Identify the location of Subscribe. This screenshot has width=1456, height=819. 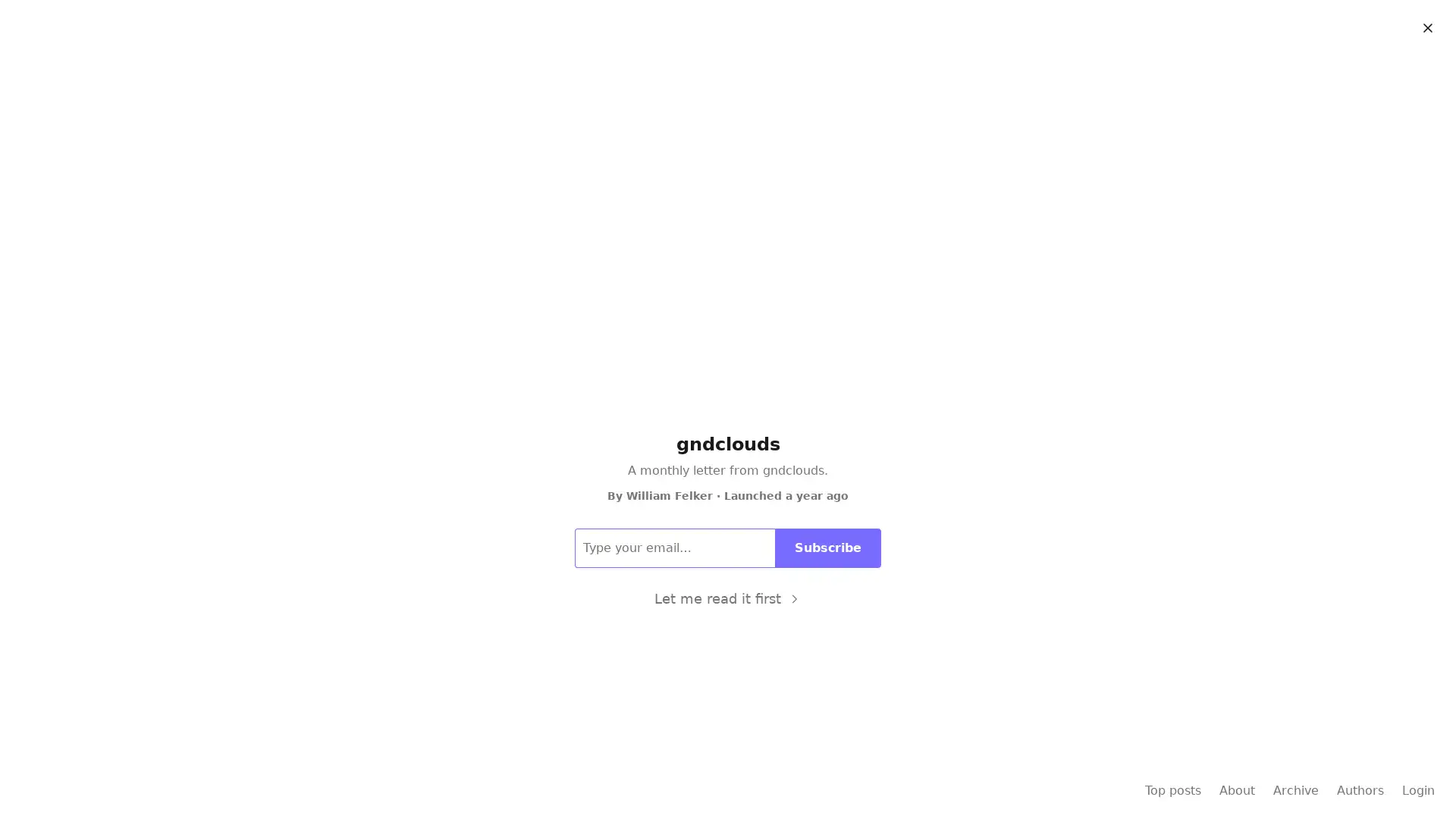
(1333, 24).